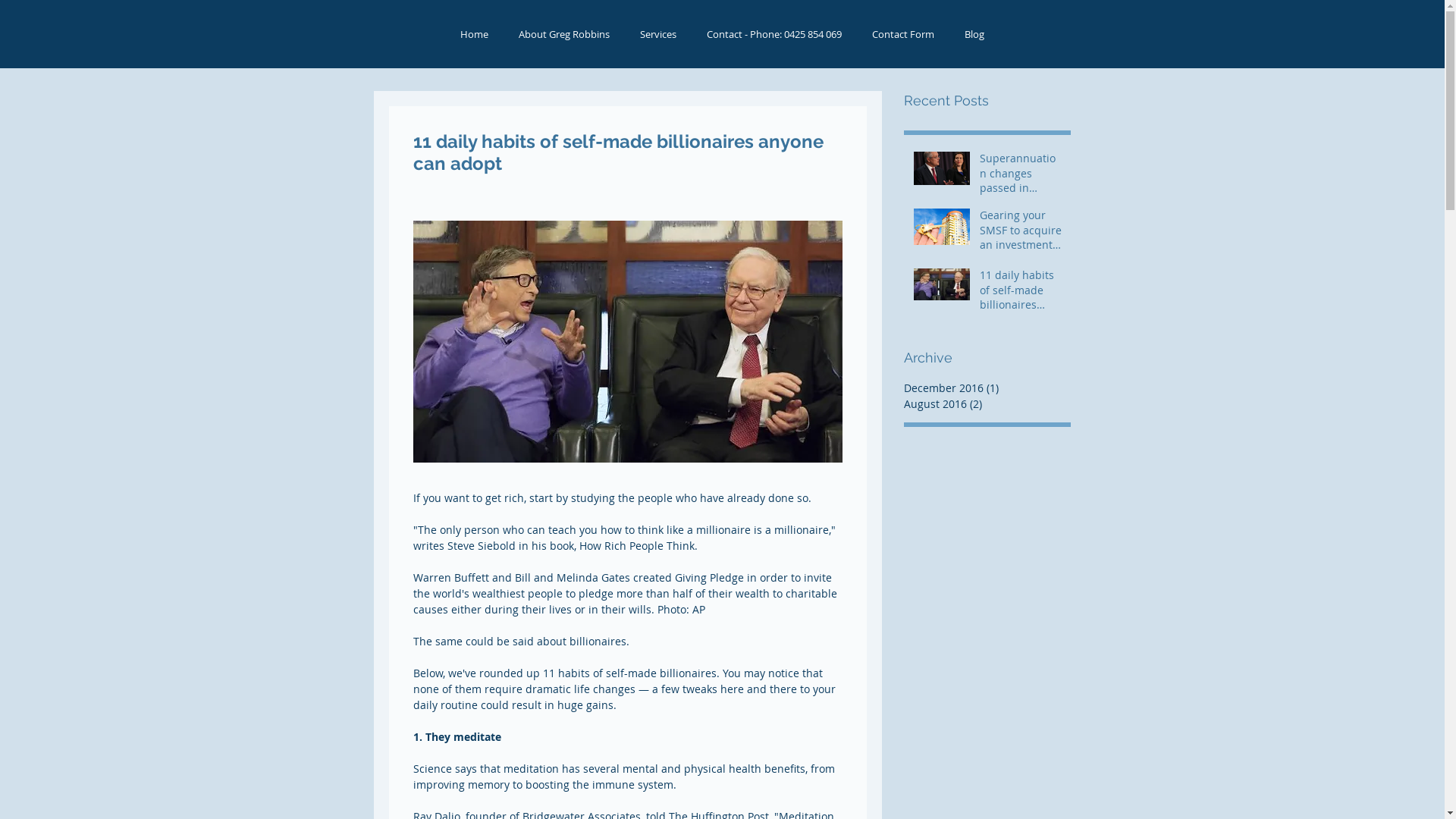 Image resolution: width=1456 pixels, height=819 pixels. Describe the element at coordinates (563, 34) in the screenshot. I see `'About Greg Robbins'` at that location.